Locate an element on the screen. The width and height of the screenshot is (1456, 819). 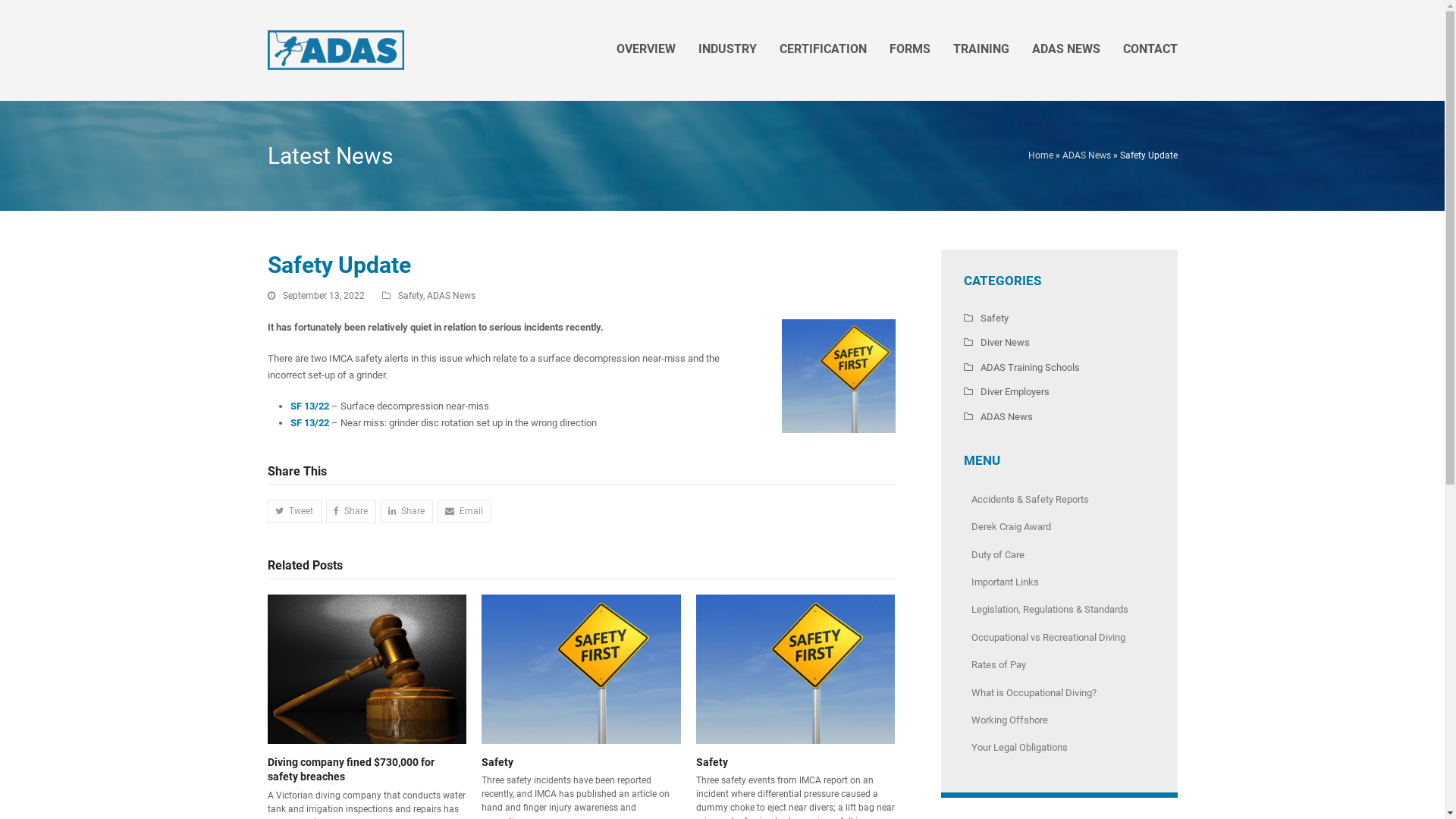
'Email' is located at coordinates (463, 511).